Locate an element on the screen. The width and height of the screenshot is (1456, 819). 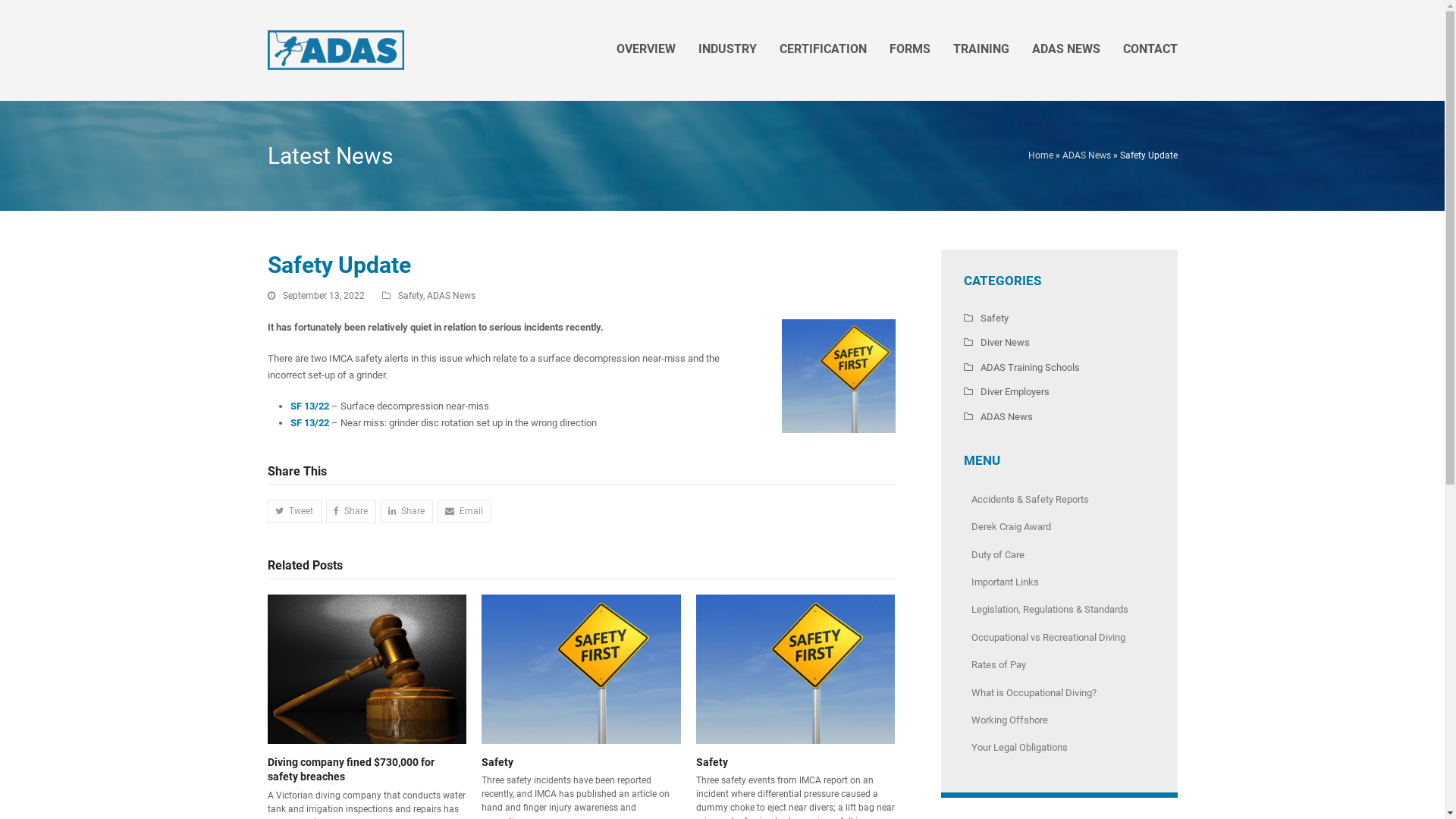
'Email' is located at coordinates (463, 511).